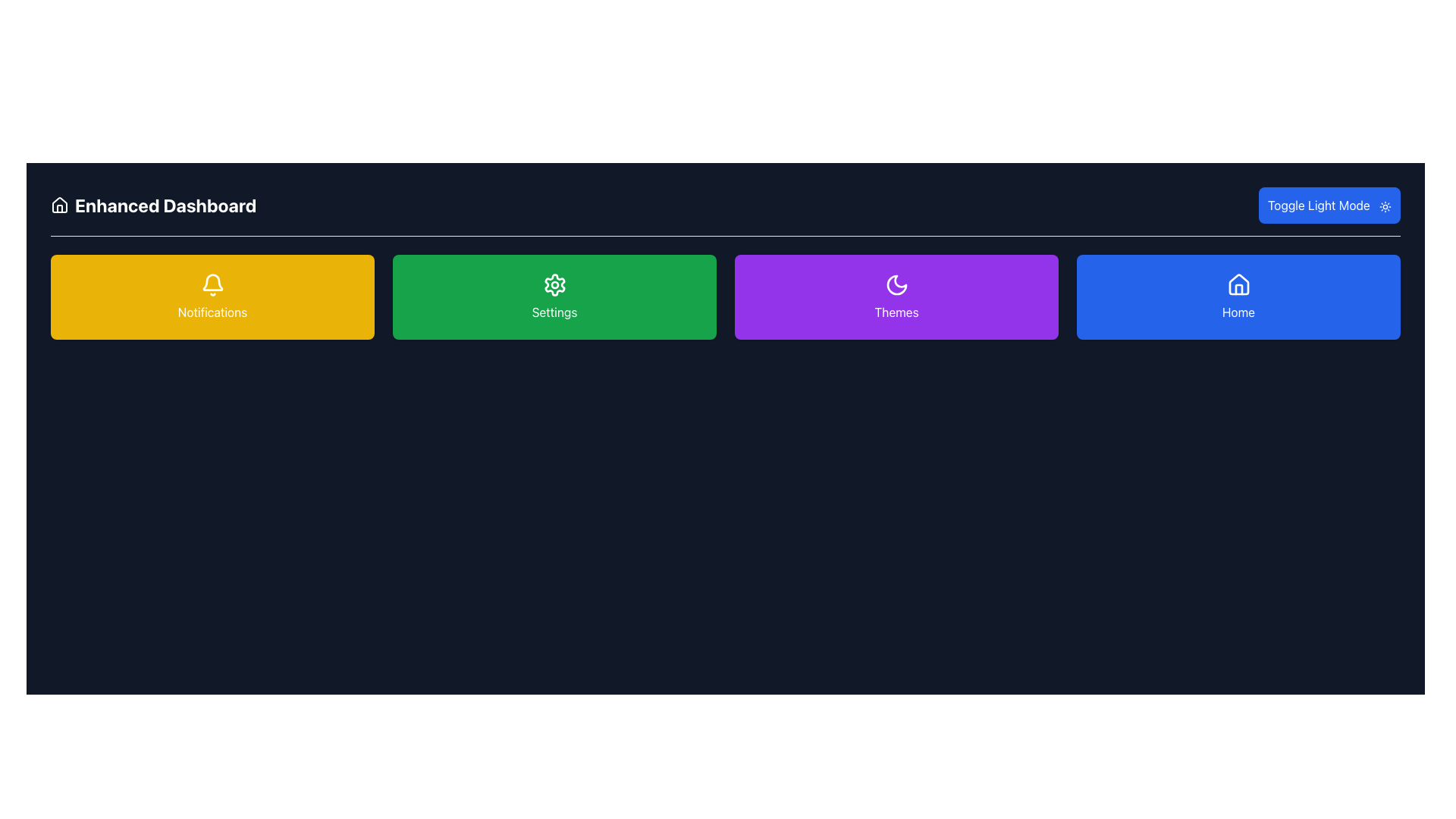  Describe the element at coordinates (1385, 206) in the screenshot. I see `the small, circular sun icon button with a blue background and white outlines, located in the rightmost section of the top bar, part of the 'Toggle Light Mode' button component` at that location.